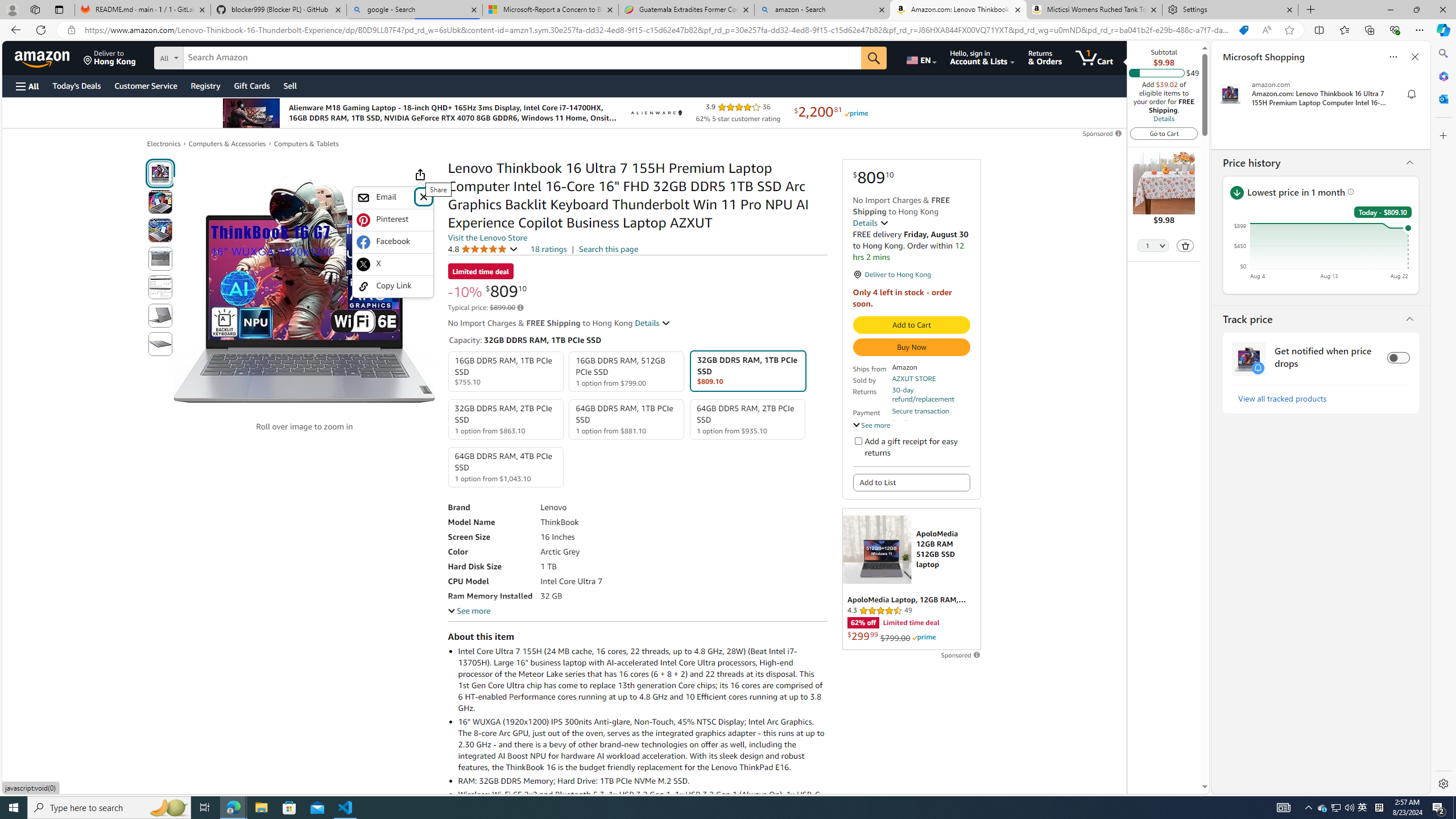 This screenshot has width=1456, height=819. Describe the element at coordinates (227, 143) in the screenshot. I see `'Computers & Accessories'` at that location.